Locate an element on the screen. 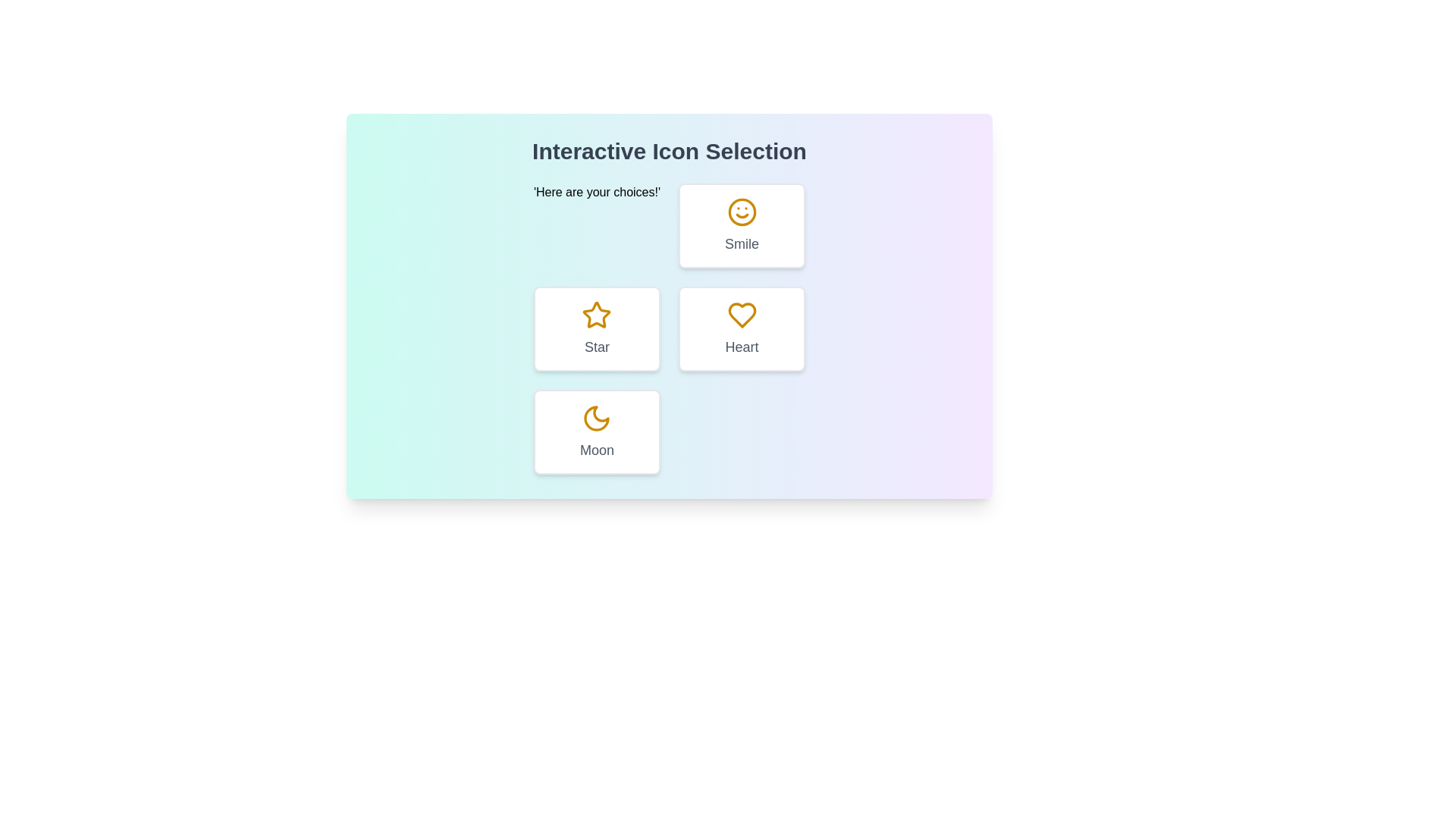 The height and width of the screenshot is (819, 1456). the Text label that describes the smiling face icon in the upper section of the grid layout, which is the first item in the series is located at coordinates (742, 243).